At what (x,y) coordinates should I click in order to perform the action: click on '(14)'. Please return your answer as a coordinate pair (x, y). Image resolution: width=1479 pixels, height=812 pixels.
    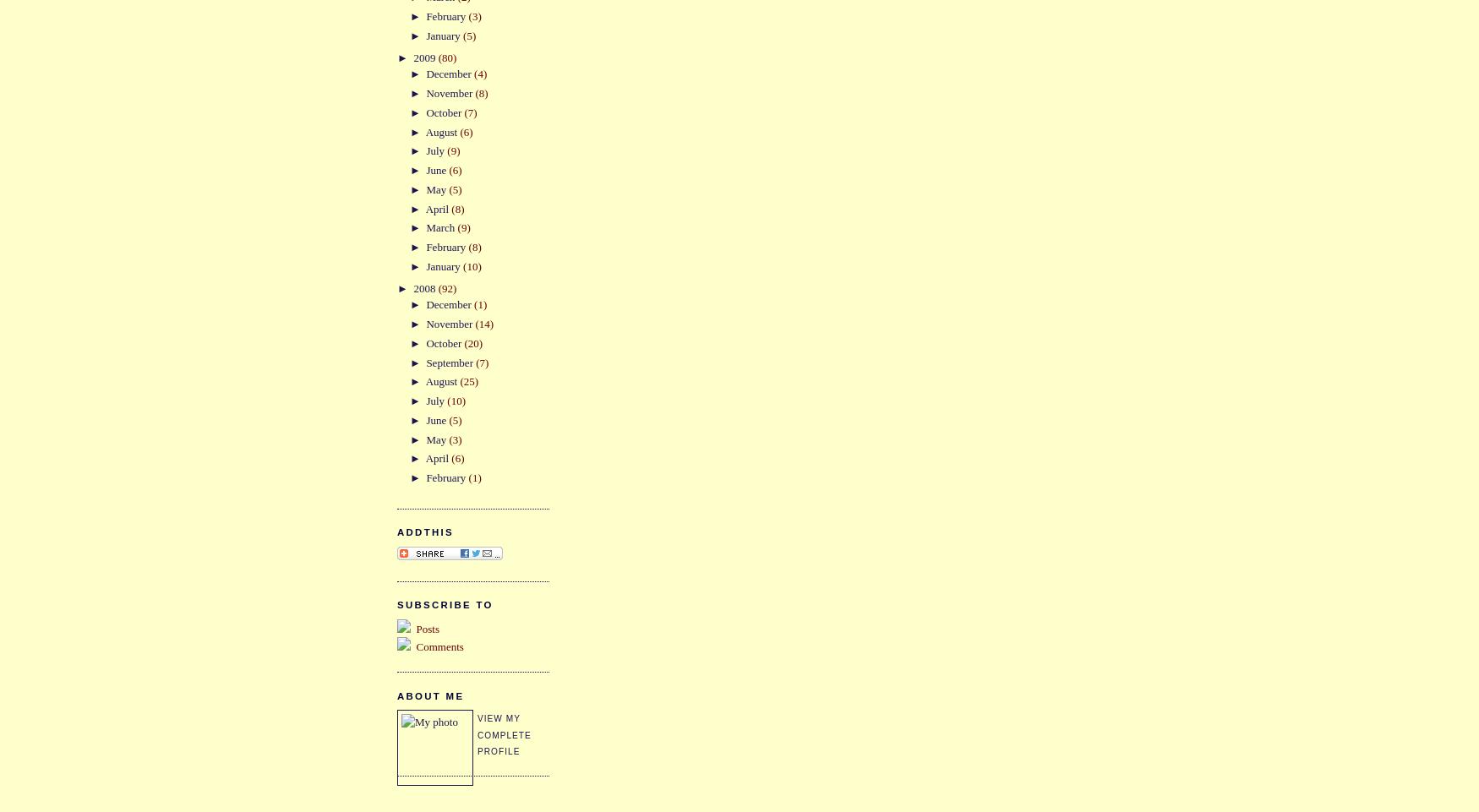
    Looking at the image, I should click on (483, 324).